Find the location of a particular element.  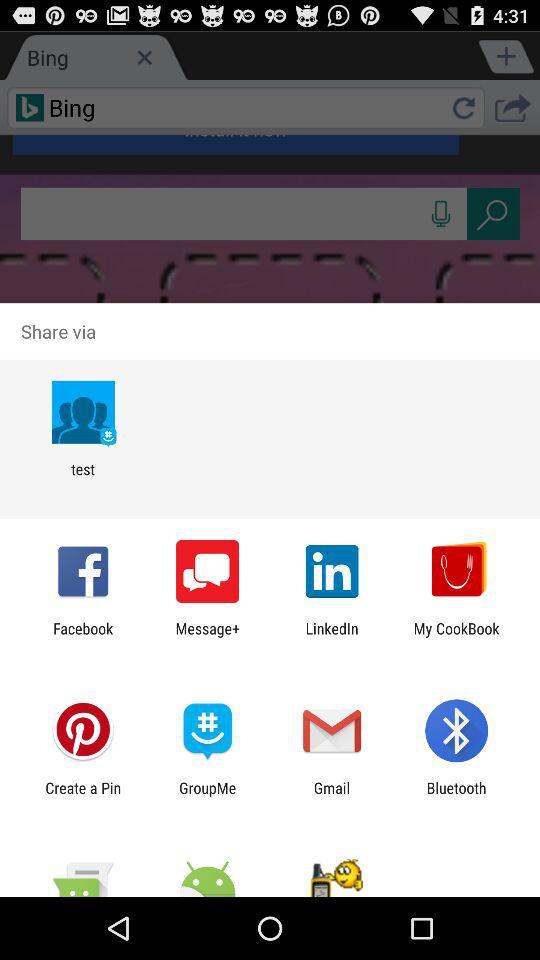

the icon next to groupme app is located at coordinates (82, 796).